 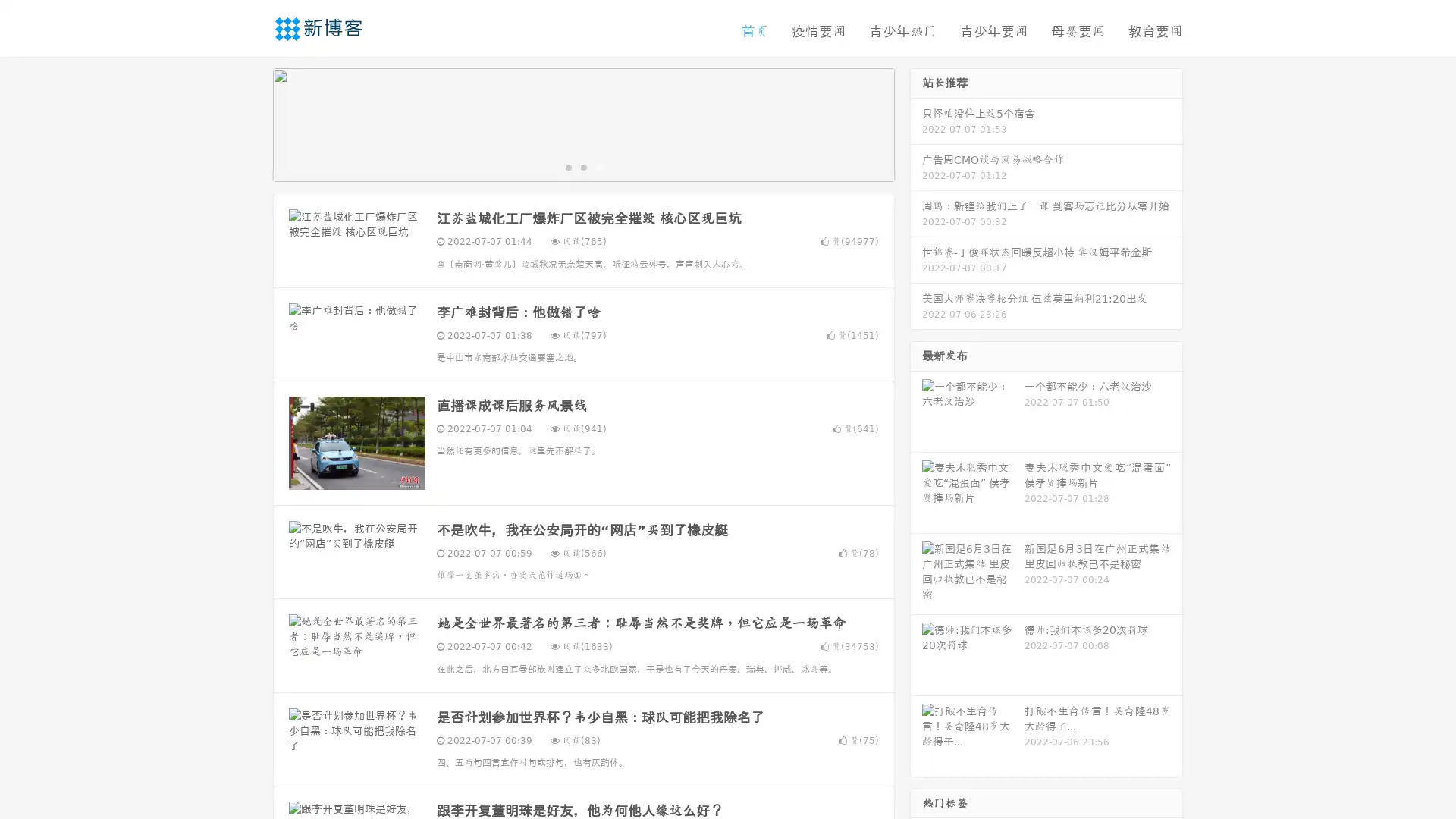 What do you see at coordinates (582, 171) in the screenshot?
I see `Go to slide 2` at bounding box center [582, 171].